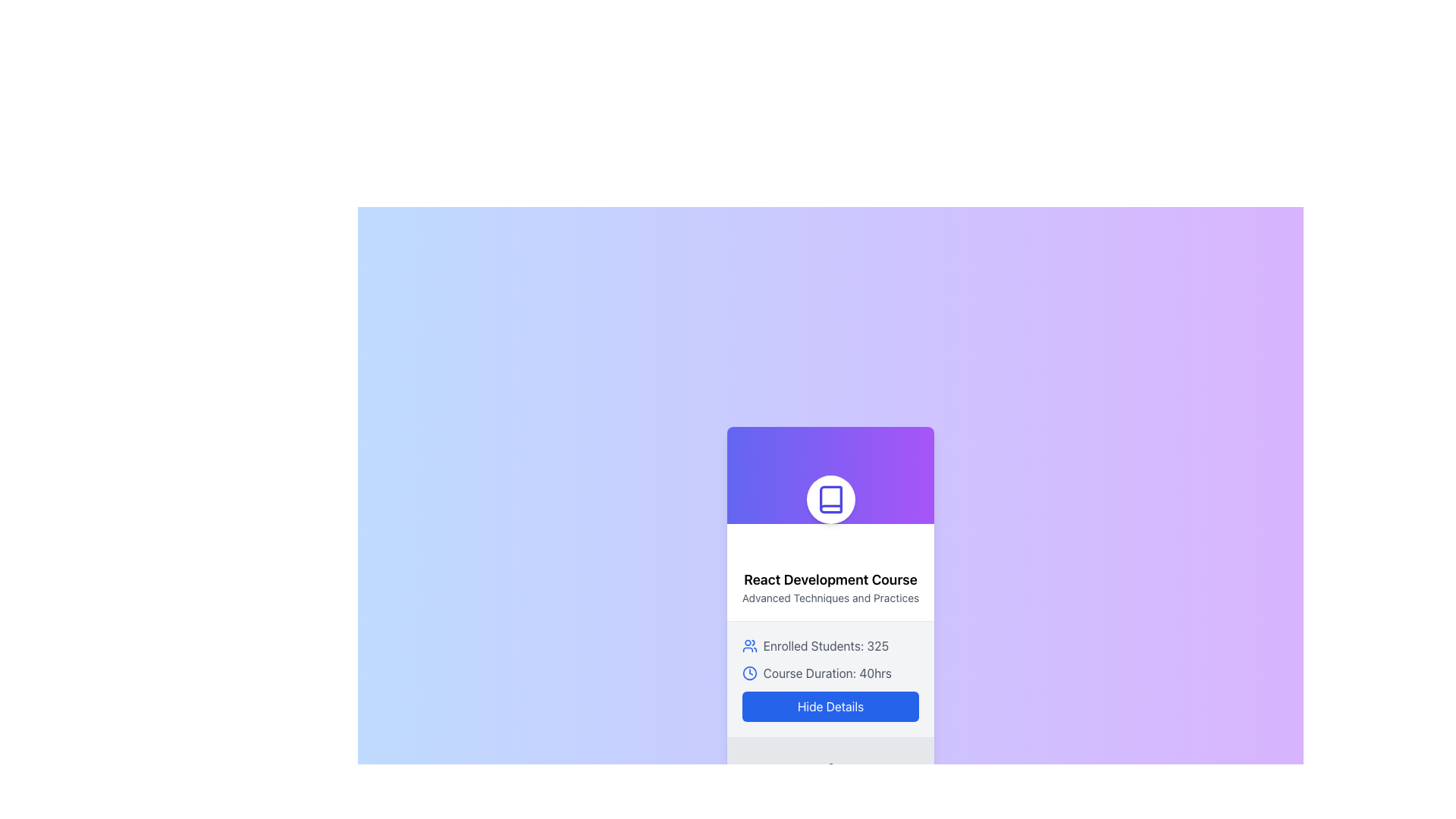 The width and height of the screenshot is (1456, 819). Describe the element at coordinates (830, 707) in the screenshot. I see `the 'Hide Details' button with a blue background and white text` at that location.